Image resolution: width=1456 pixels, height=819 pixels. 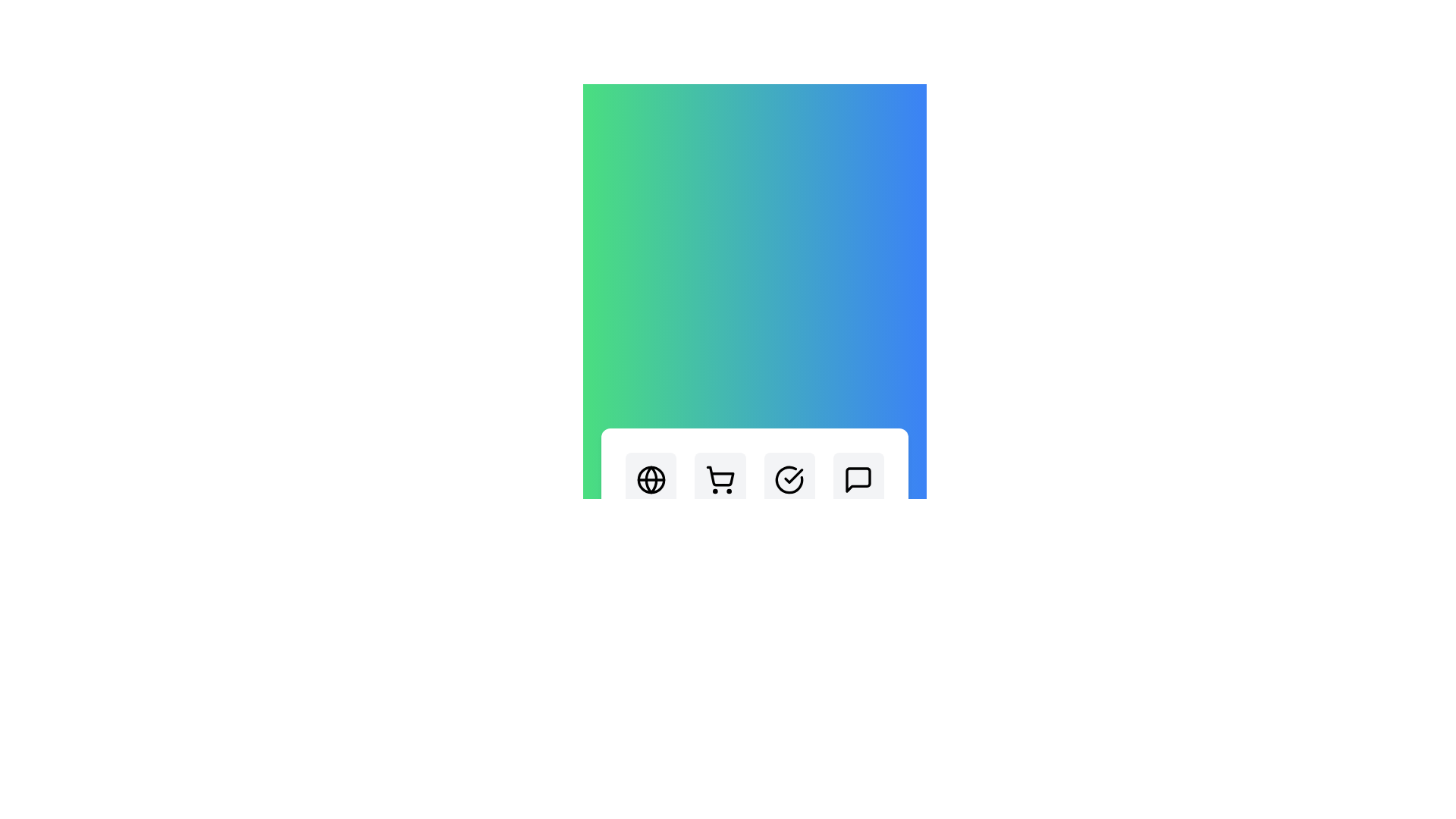 What do you see at coordinates (789, 479) in the screenshot?
I see `the validation icon in the navigation bar, which is the third icon, indicating task completion or validation` at bounding box center [789, 479].